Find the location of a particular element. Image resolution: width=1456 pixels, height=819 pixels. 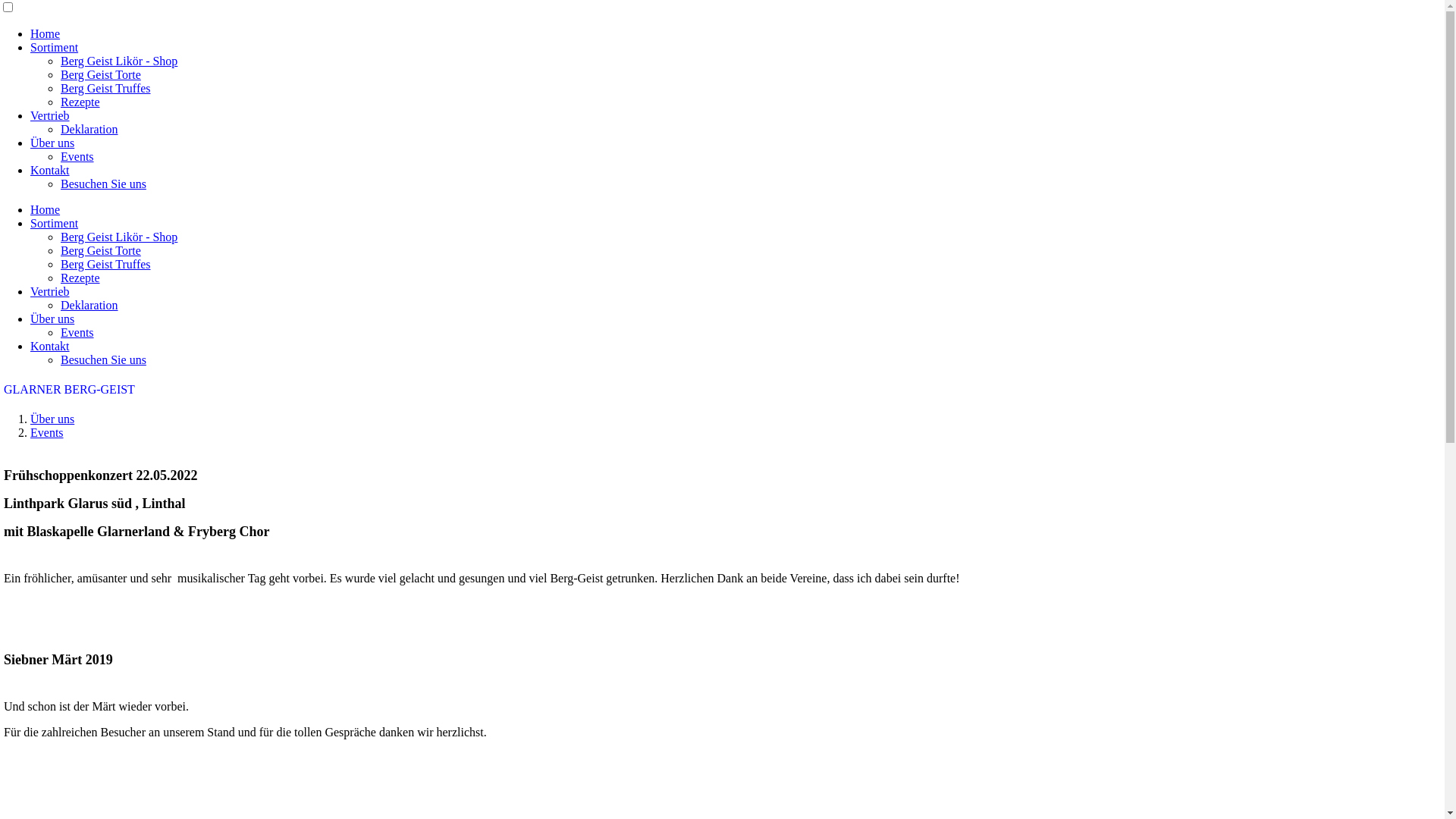

'Home' is located at coordinates (45, 33).